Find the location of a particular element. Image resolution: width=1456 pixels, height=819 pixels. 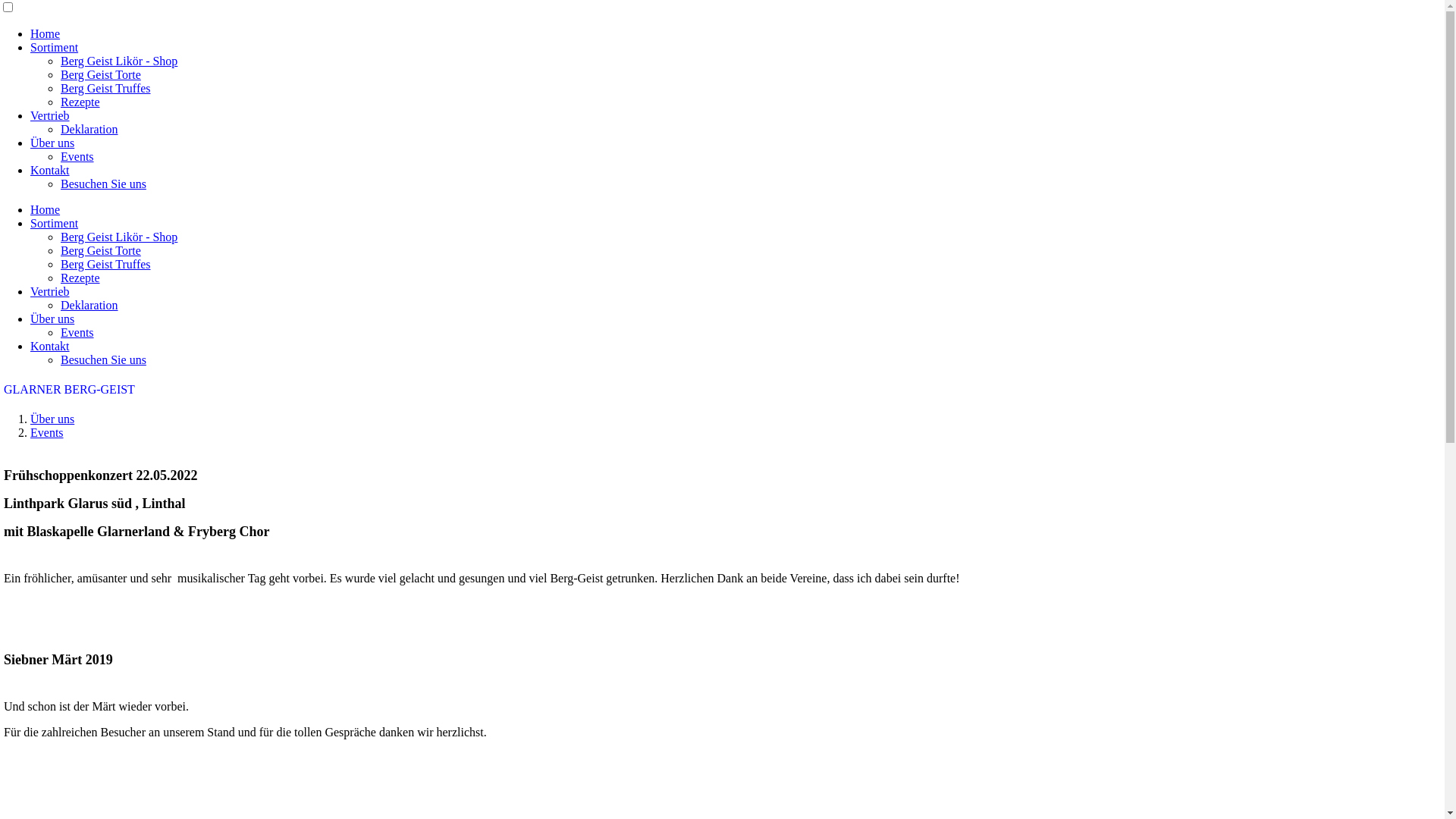

'Home' is located at coordinates (45, 33).